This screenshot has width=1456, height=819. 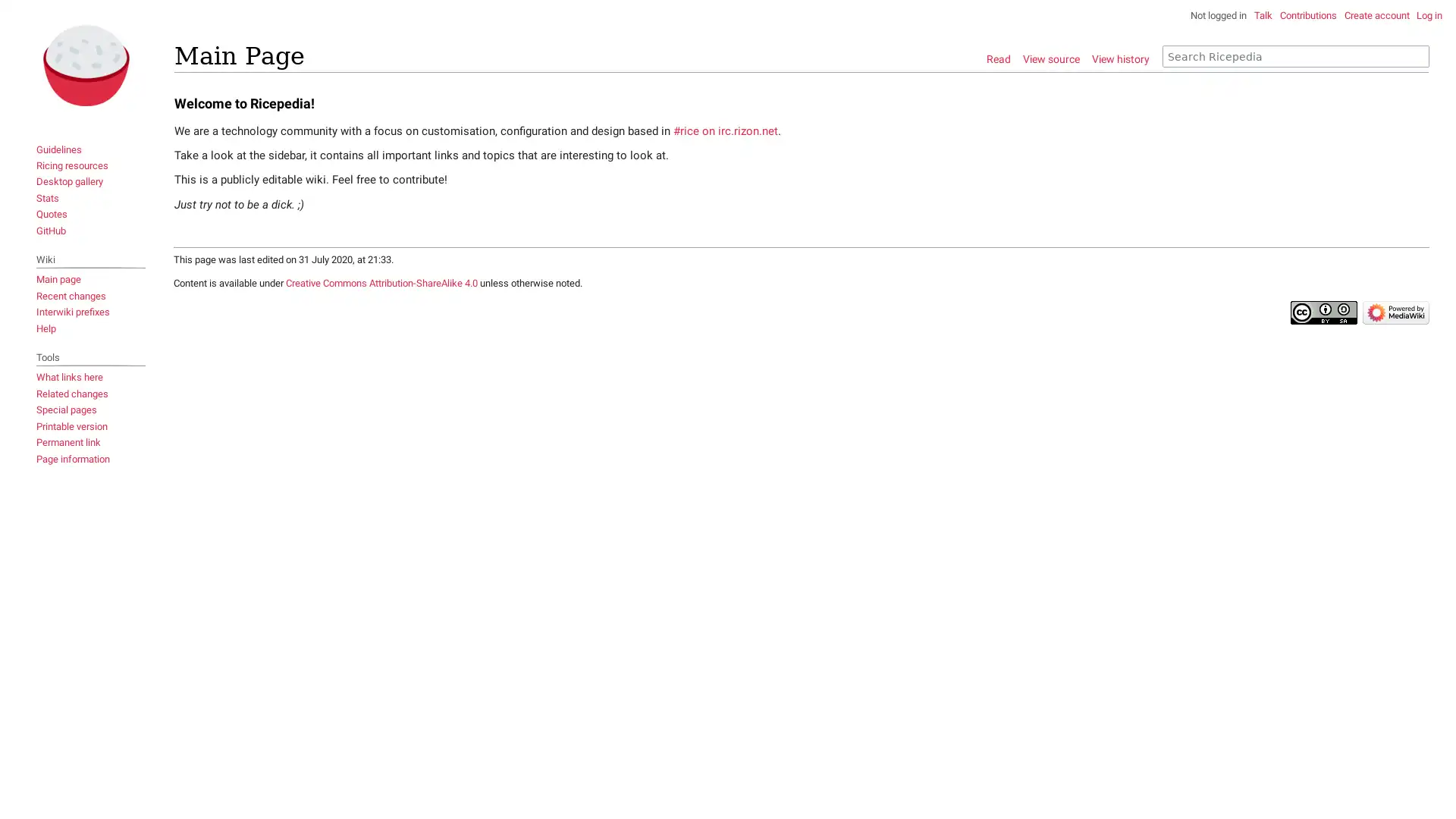 I want to click on Go, so click(x=1411, y=55).